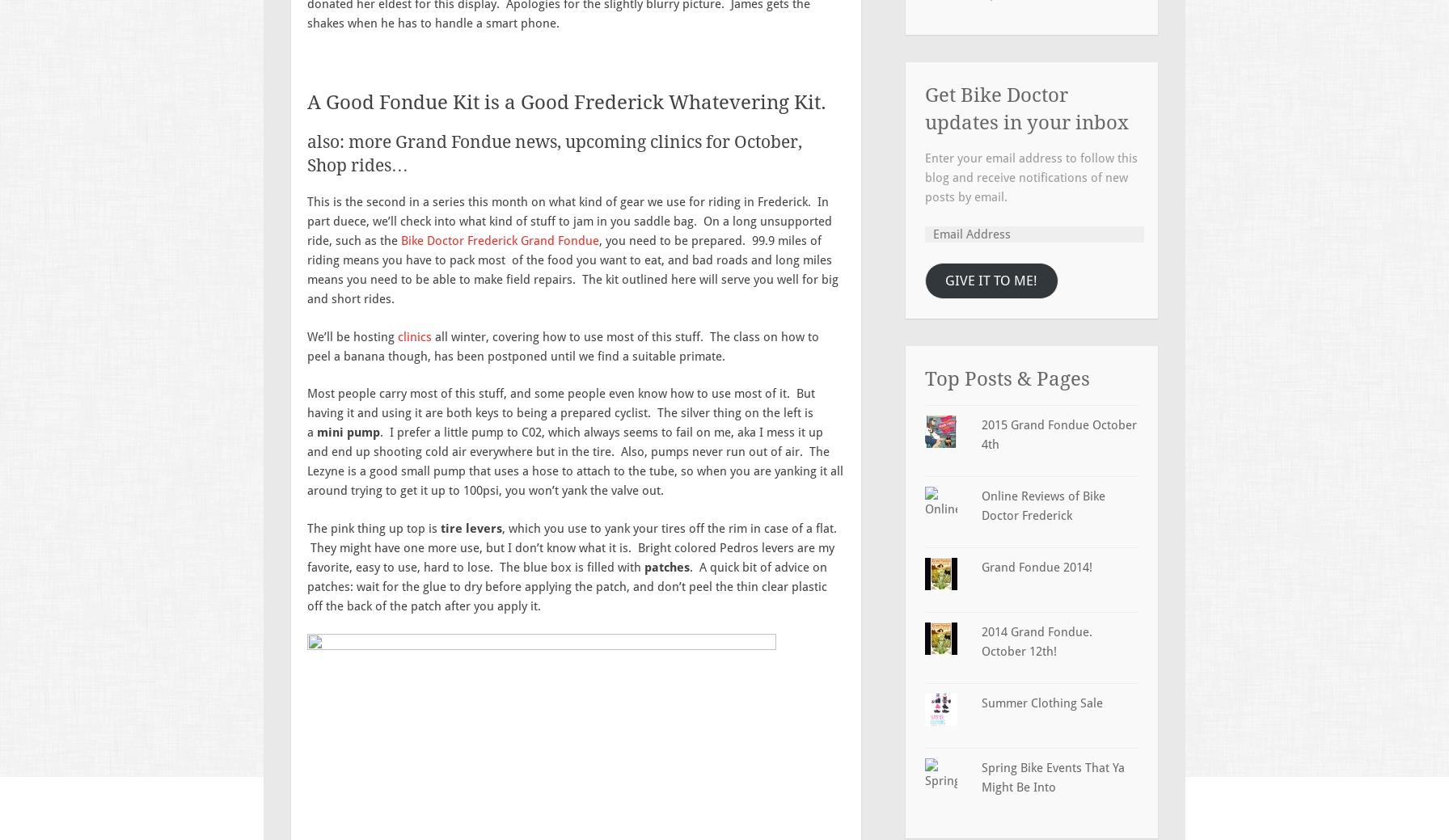  I want to click on 'mini pump', so click(347, 432).